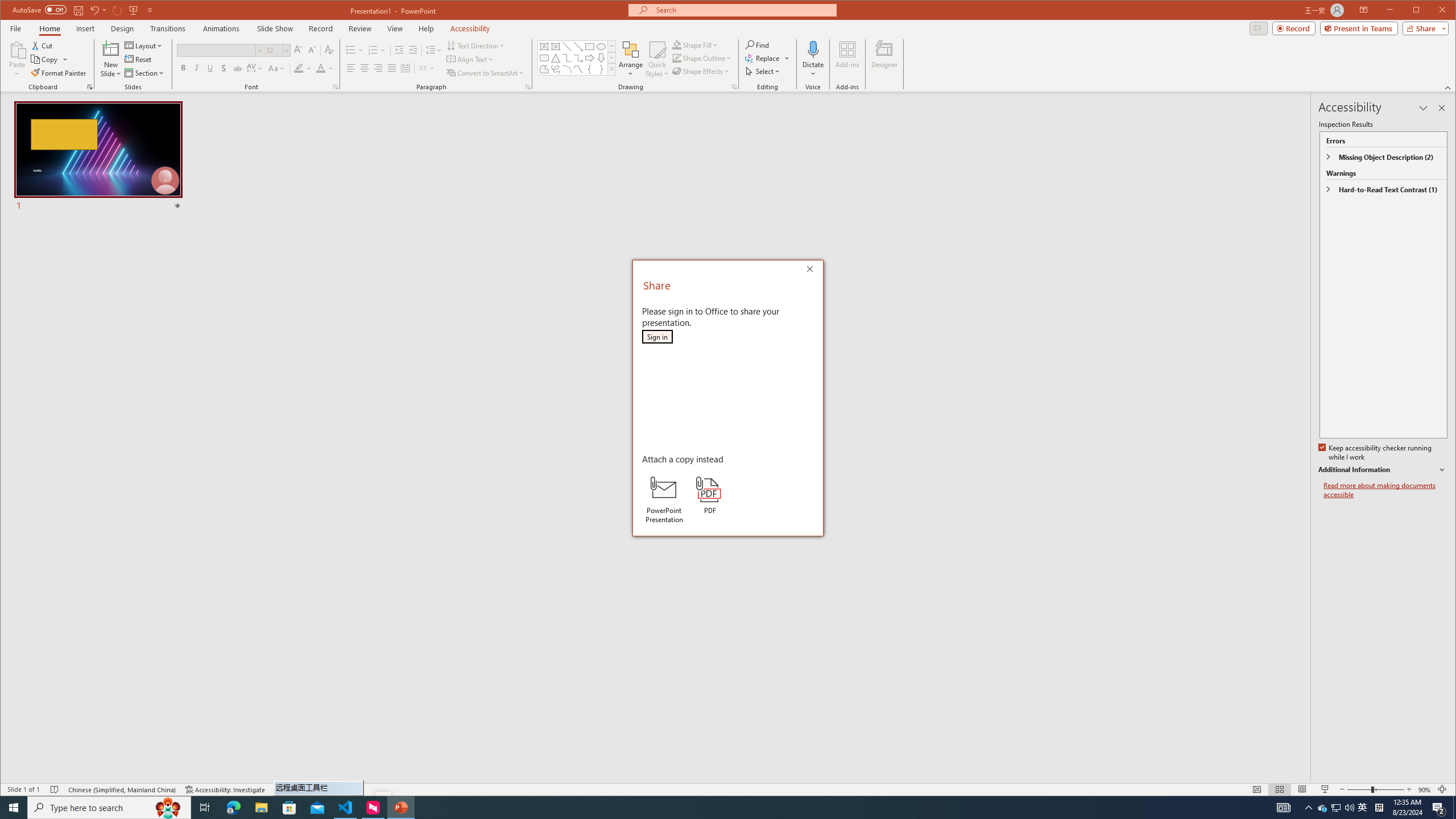 This screenshot has width=1456, height=819. I want to click on 'Sign in', so click(656, 336).